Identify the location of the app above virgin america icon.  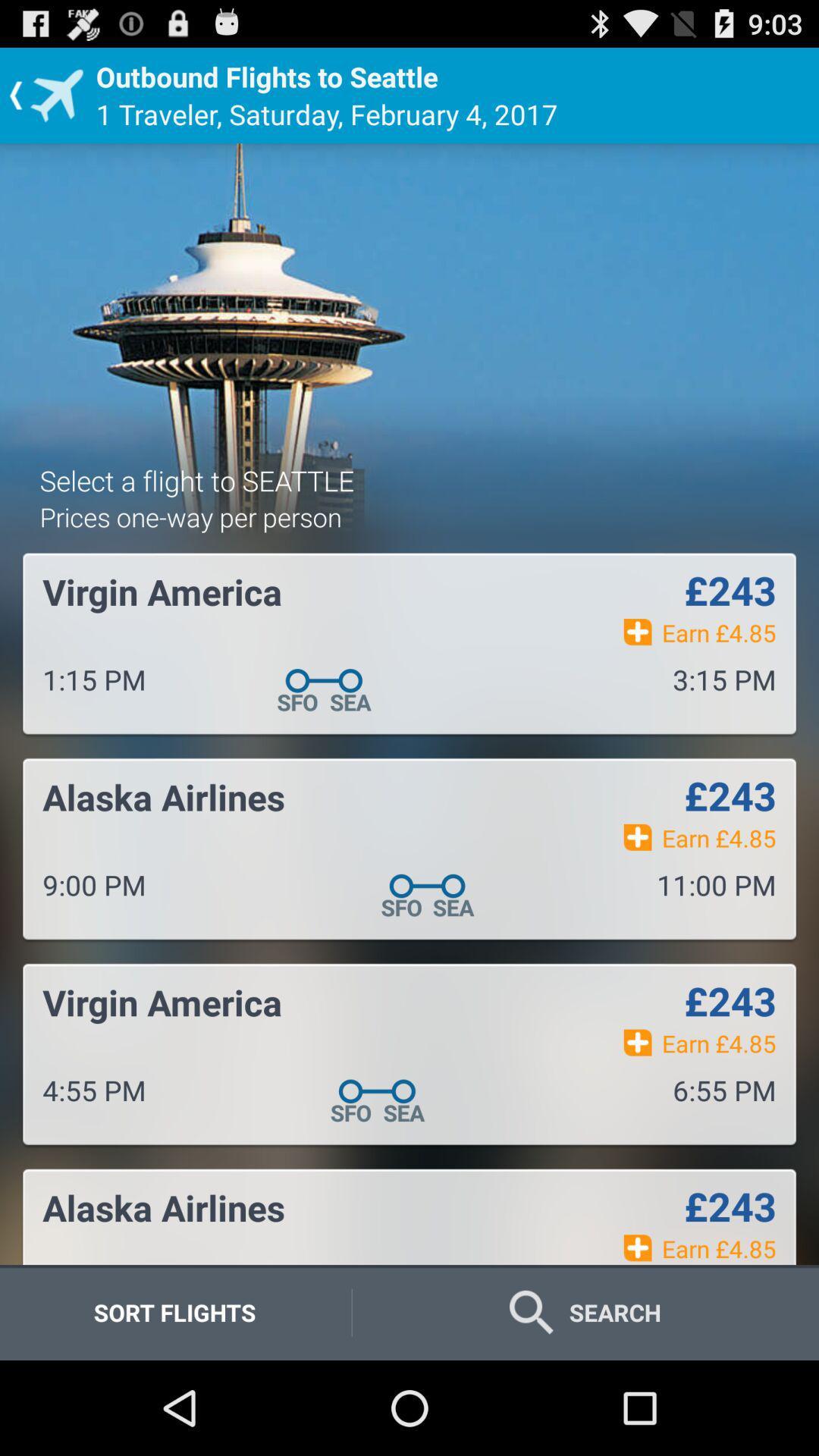
(190, 516).